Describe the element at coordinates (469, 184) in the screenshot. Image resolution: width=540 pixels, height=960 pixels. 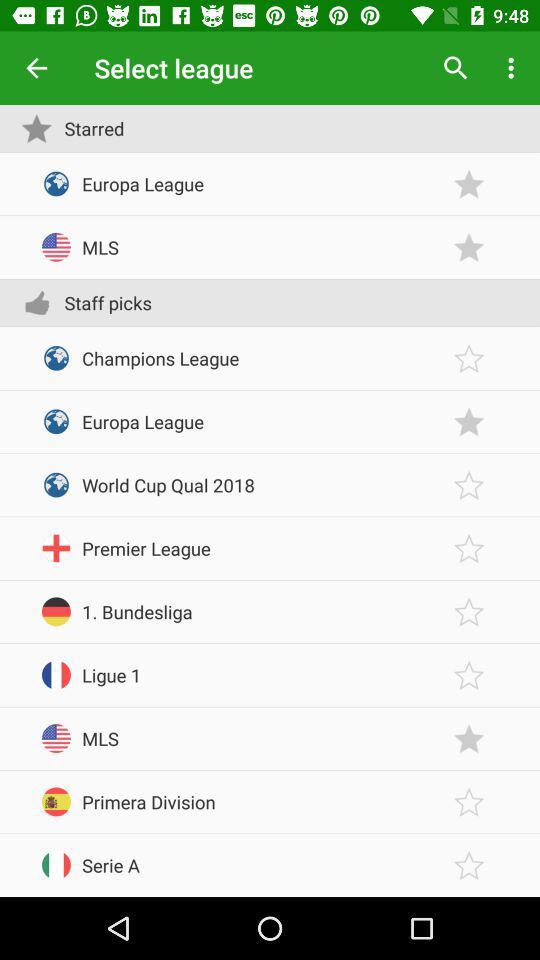
I see `league` at that location.